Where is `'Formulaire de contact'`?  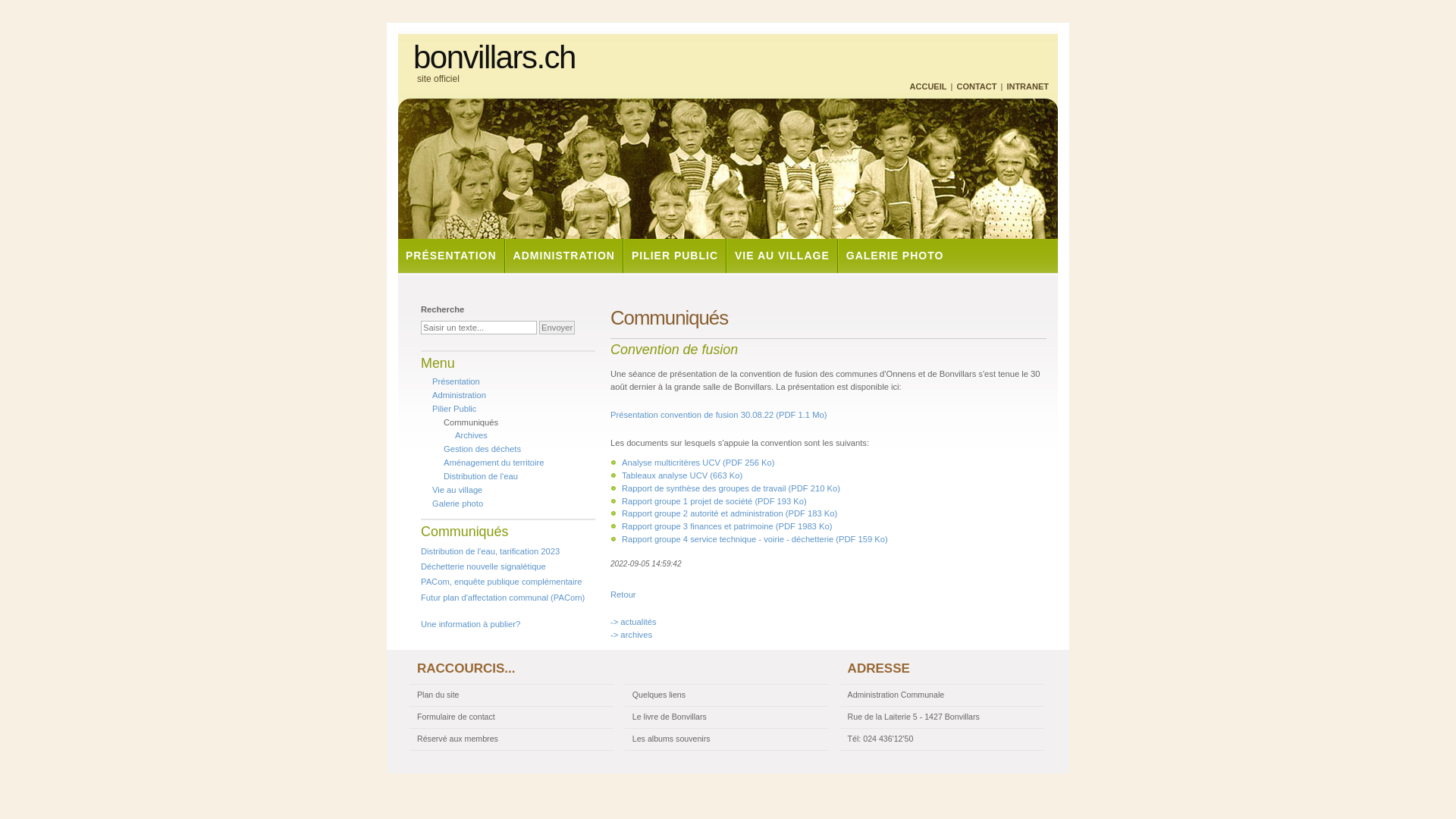
'Formulaire de contact' is located at coordinates (510, 717).